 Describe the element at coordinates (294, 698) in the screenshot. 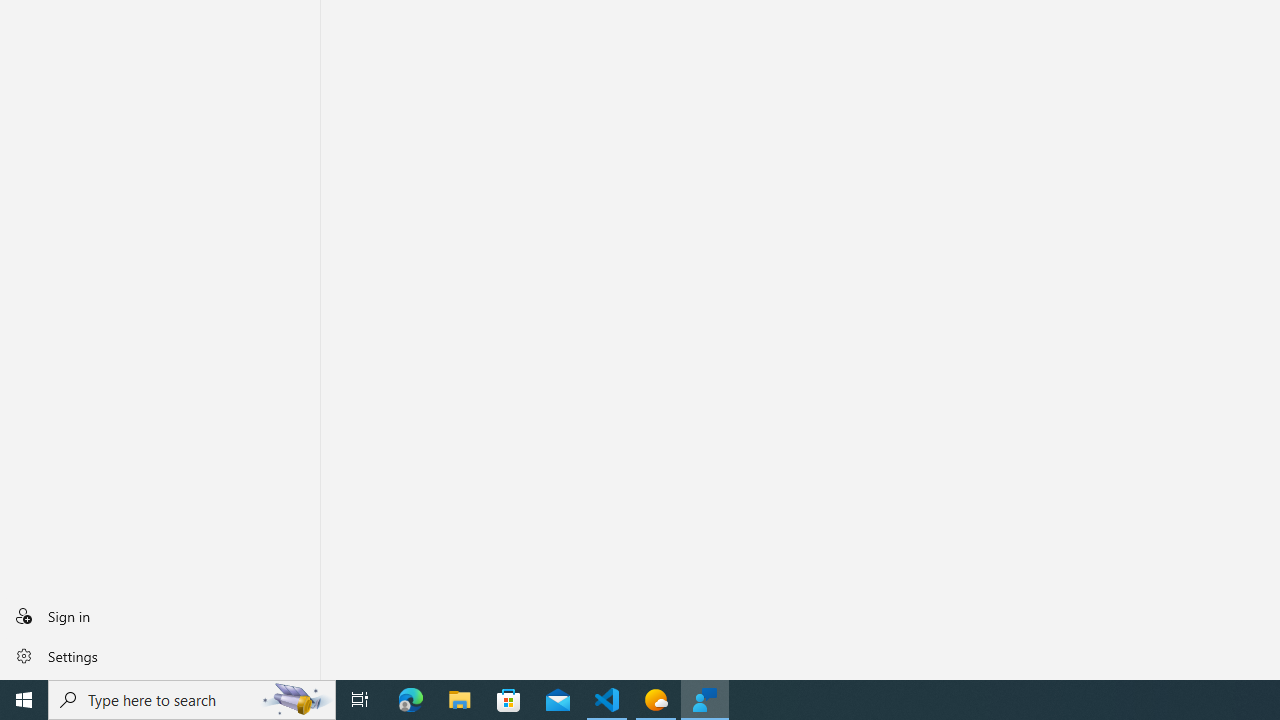

I see `'Search highlights icon opens search home window'` at that location.